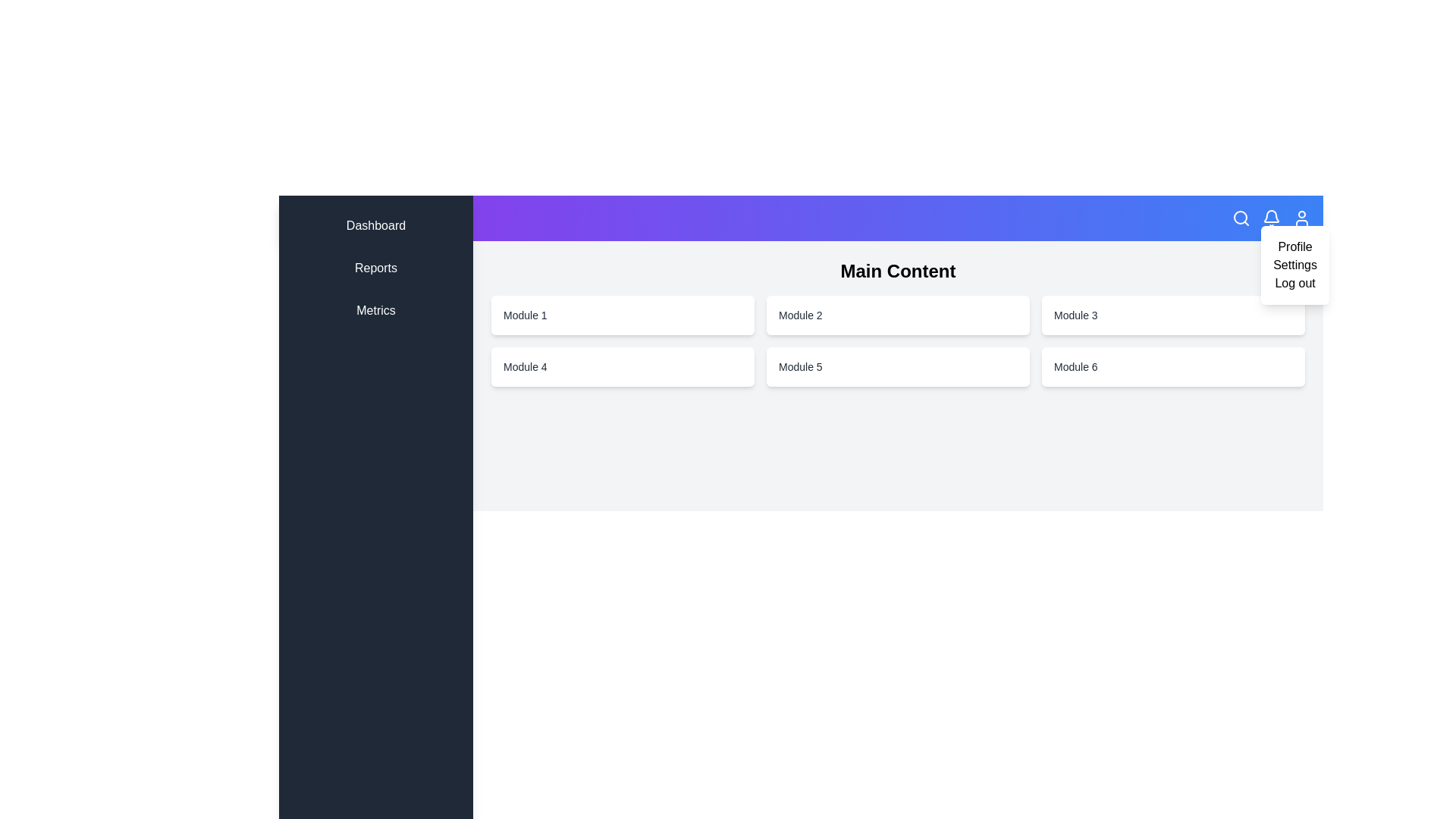 This screenshot has height=819, width=1456. What do you see at coordinates (1294, 265) in the screenshot?
I see `the 'Settings' text label in the dropdown menu` at bounding box center [1294, 265].